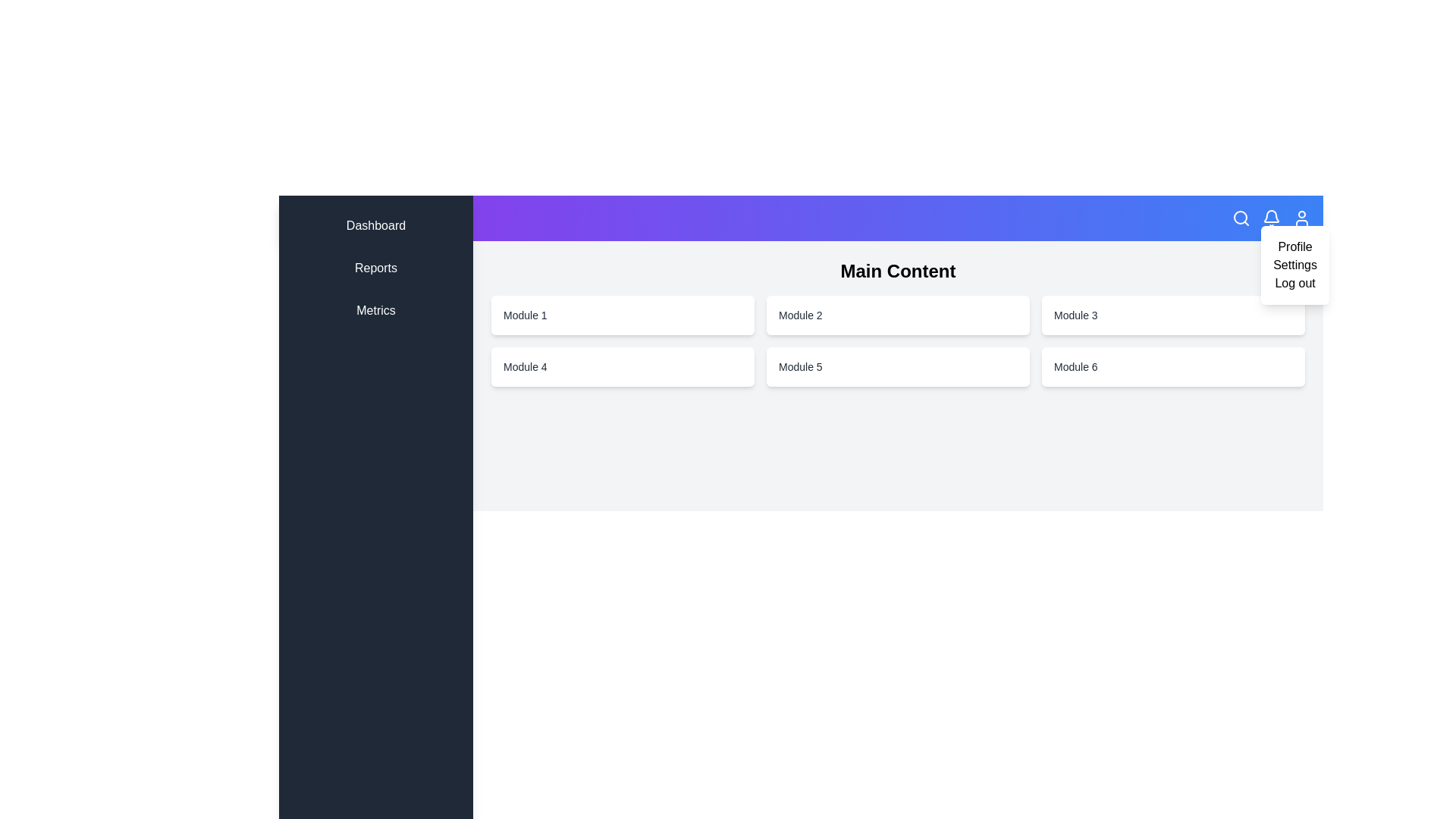 This screenshot has height=819, width=1456. What do you see at coordinates (1294, 265) in the screenshot?
I see `the 'Settings' text label in the dropdown menu` at bounding box center [1294, 265].